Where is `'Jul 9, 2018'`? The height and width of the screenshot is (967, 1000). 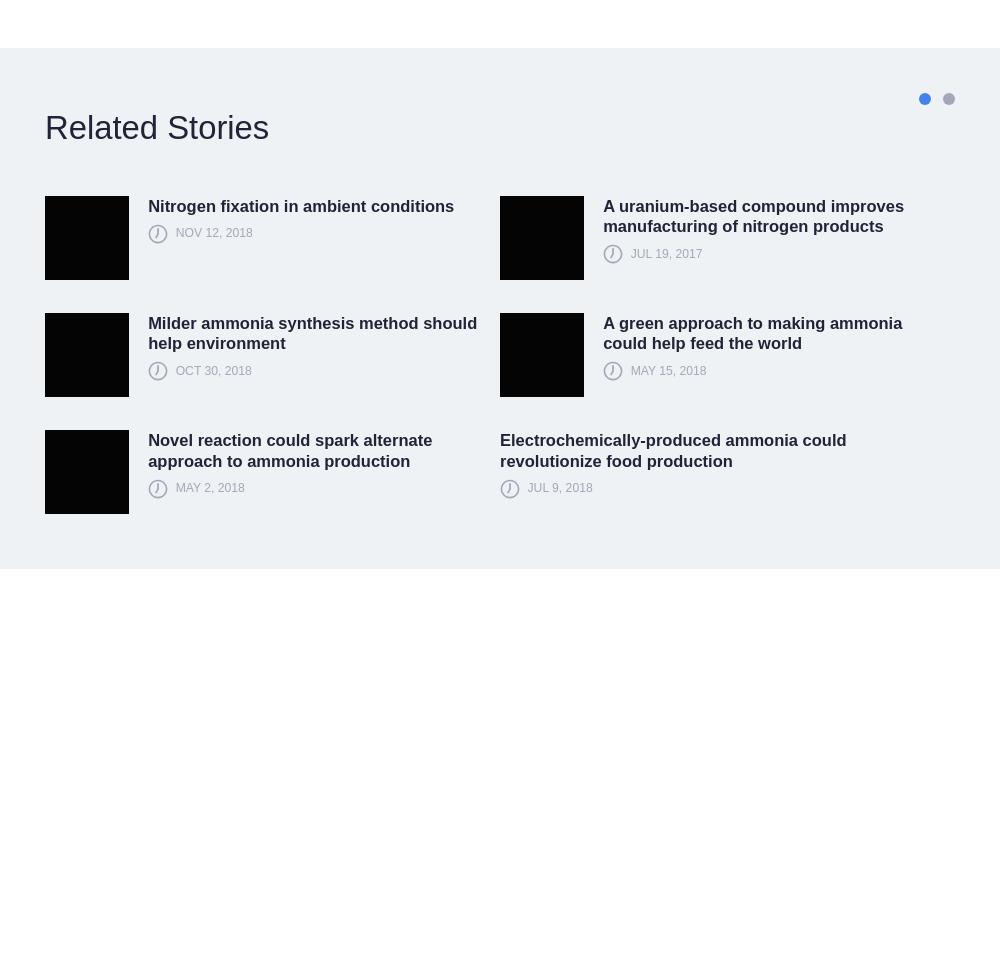 'Jul 9, 2018' is located at coordinates (527, 487).